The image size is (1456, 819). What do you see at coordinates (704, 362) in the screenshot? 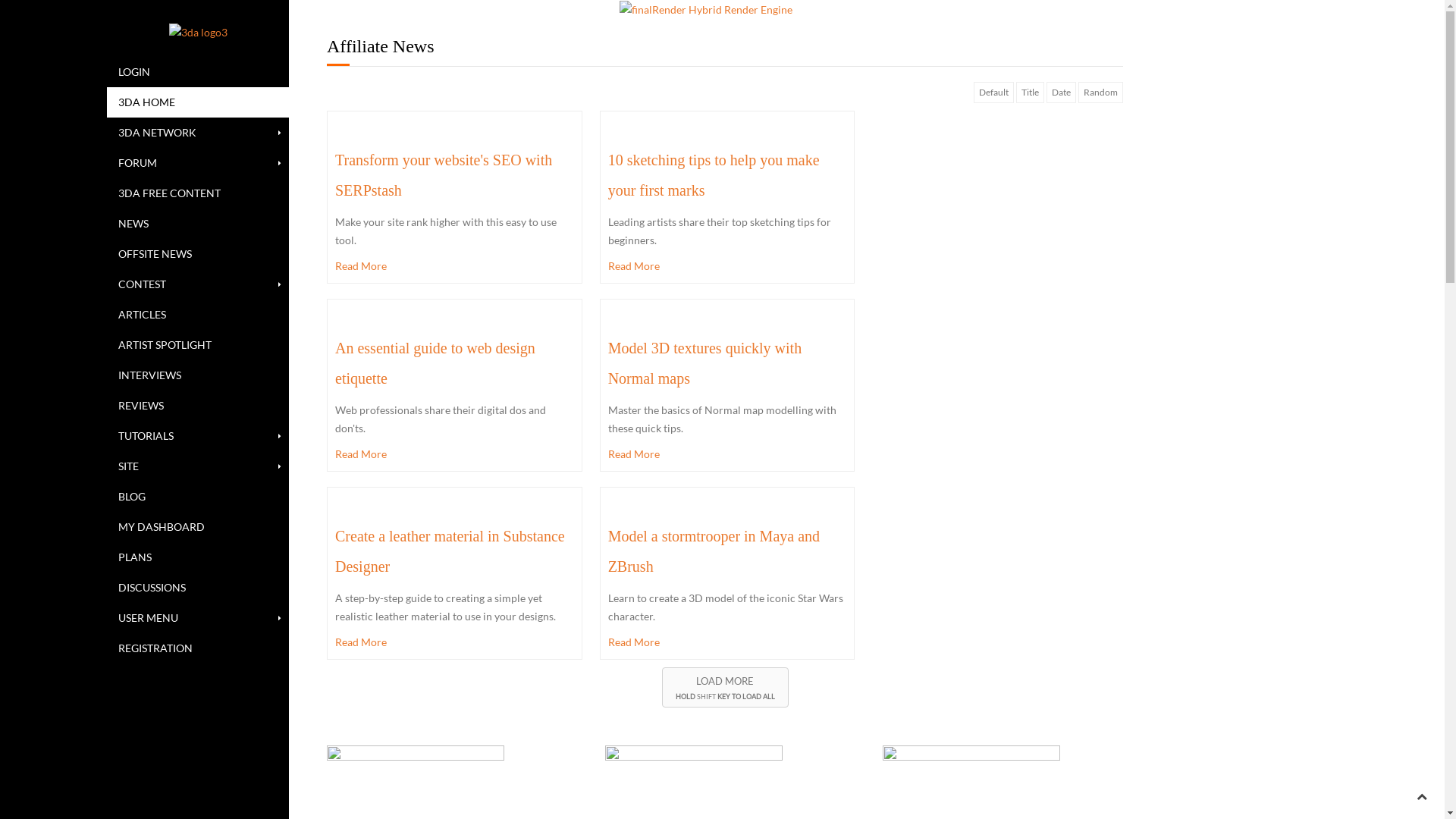
I see `'Model 3D textures quickly with Normal maps'` at bounding box center [704, 362].